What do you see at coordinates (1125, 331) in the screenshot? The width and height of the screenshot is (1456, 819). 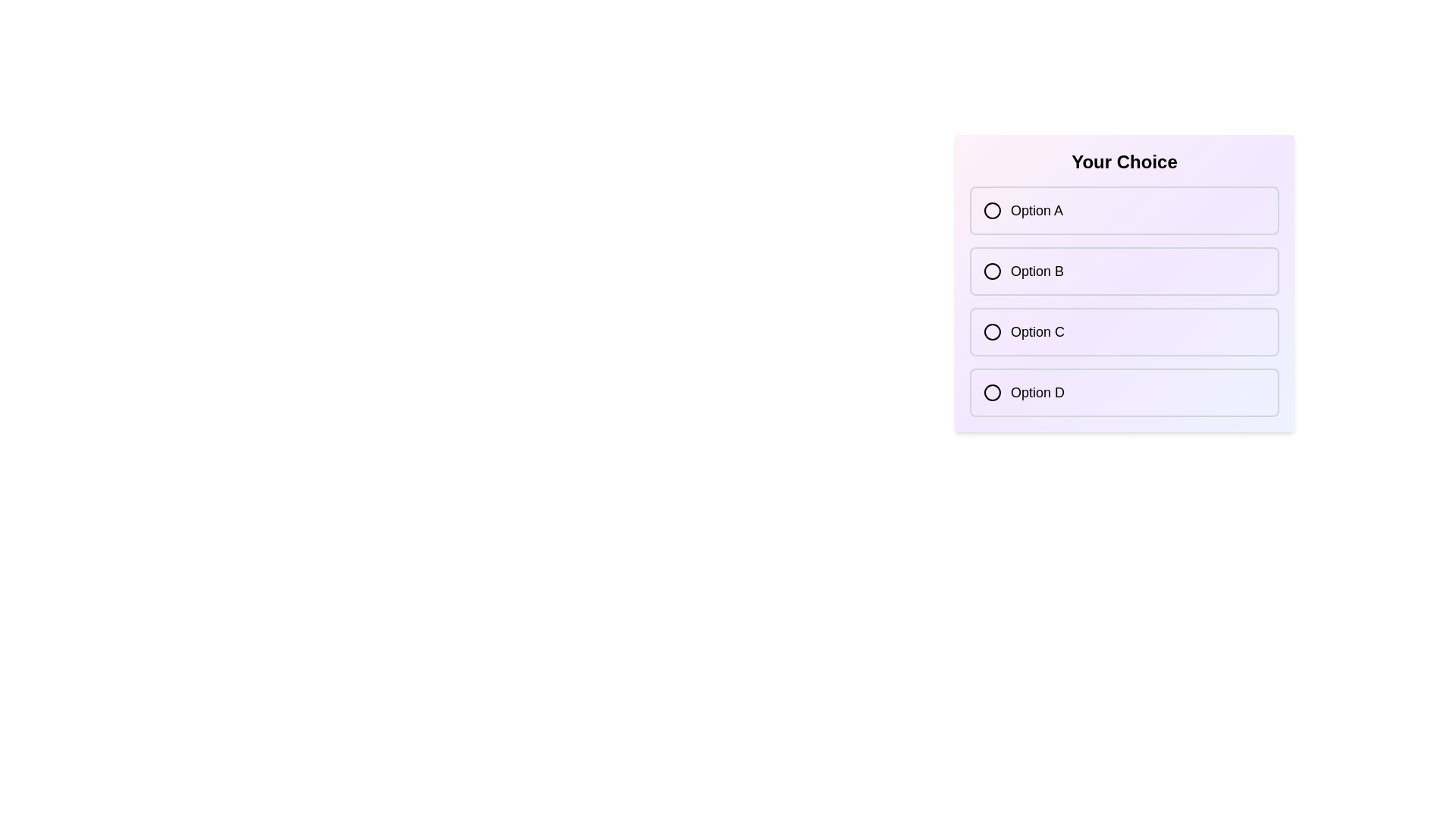 I see `the option Option C from the list` at bounding box center [1125, 331].